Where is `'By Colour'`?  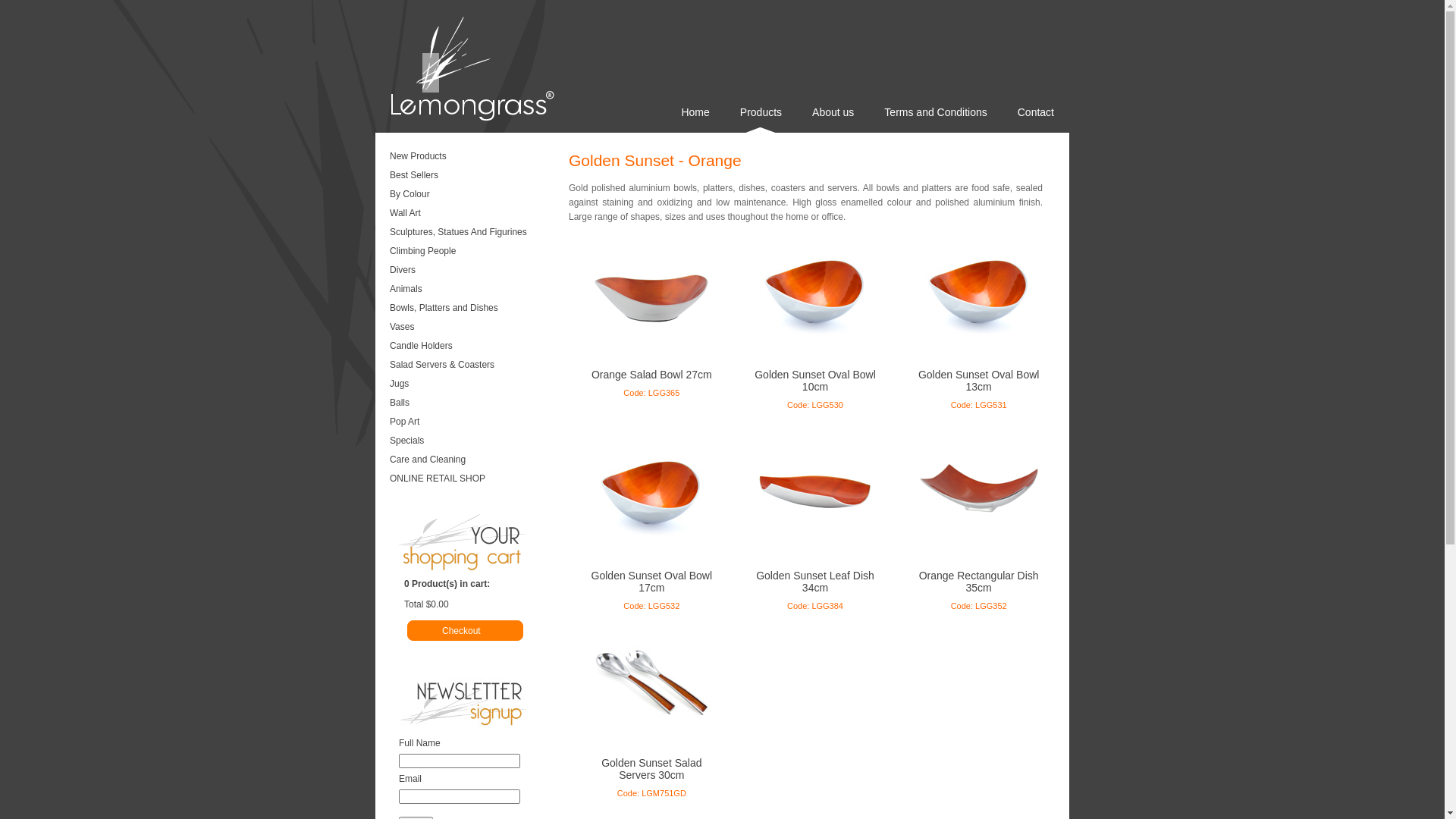 'By Colour' is located at coordinates (386, 195).